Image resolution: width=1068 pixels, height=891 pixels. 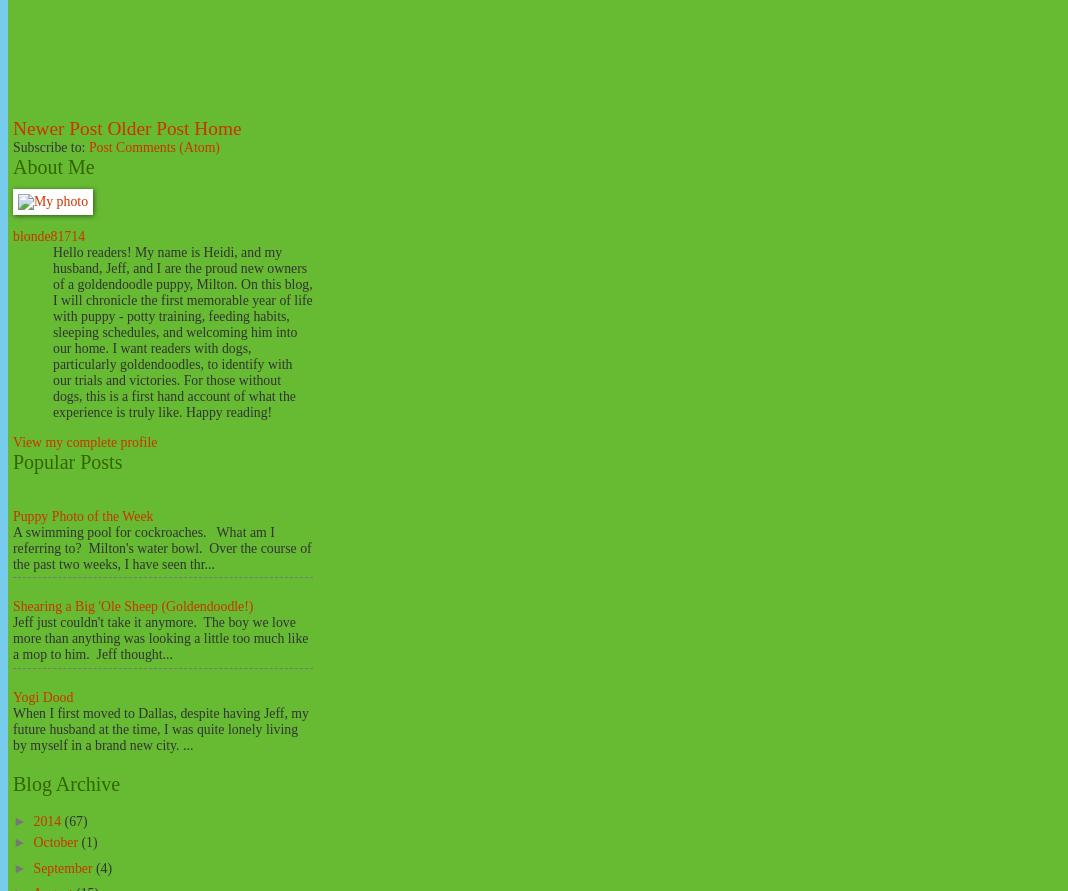 What do you see at coordinates (42, 695) in the screenshot?
I see `'Yogi Dood'` at bounding box center [42, 695].